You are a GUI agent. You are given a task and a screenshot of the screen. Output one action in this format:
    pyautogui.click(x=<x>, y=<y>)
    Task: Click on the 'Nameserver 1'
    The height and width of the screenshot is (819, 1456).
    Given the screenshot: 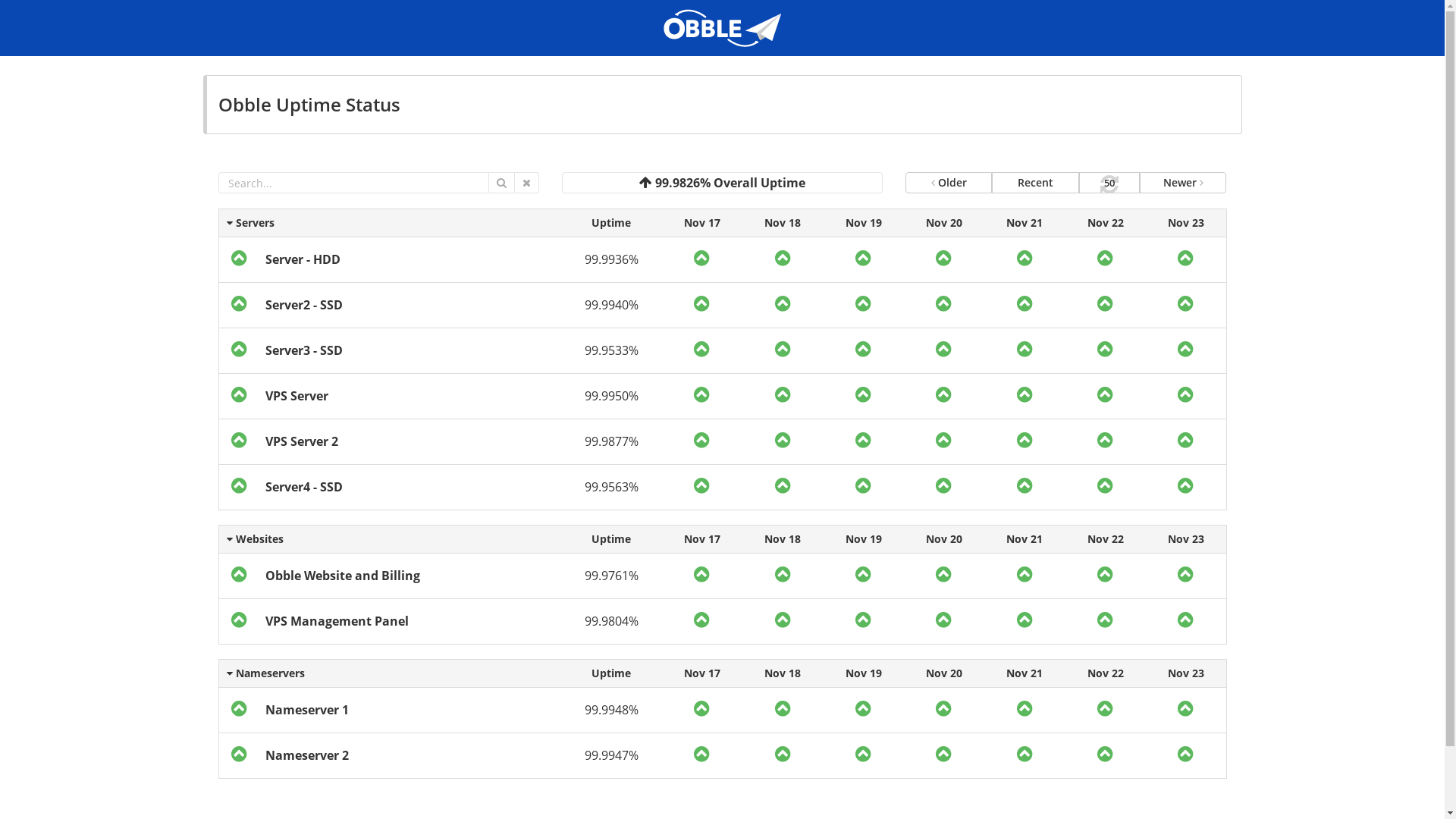 What is the action you would take?
    pyautogui.click(x=306, y=710)
    